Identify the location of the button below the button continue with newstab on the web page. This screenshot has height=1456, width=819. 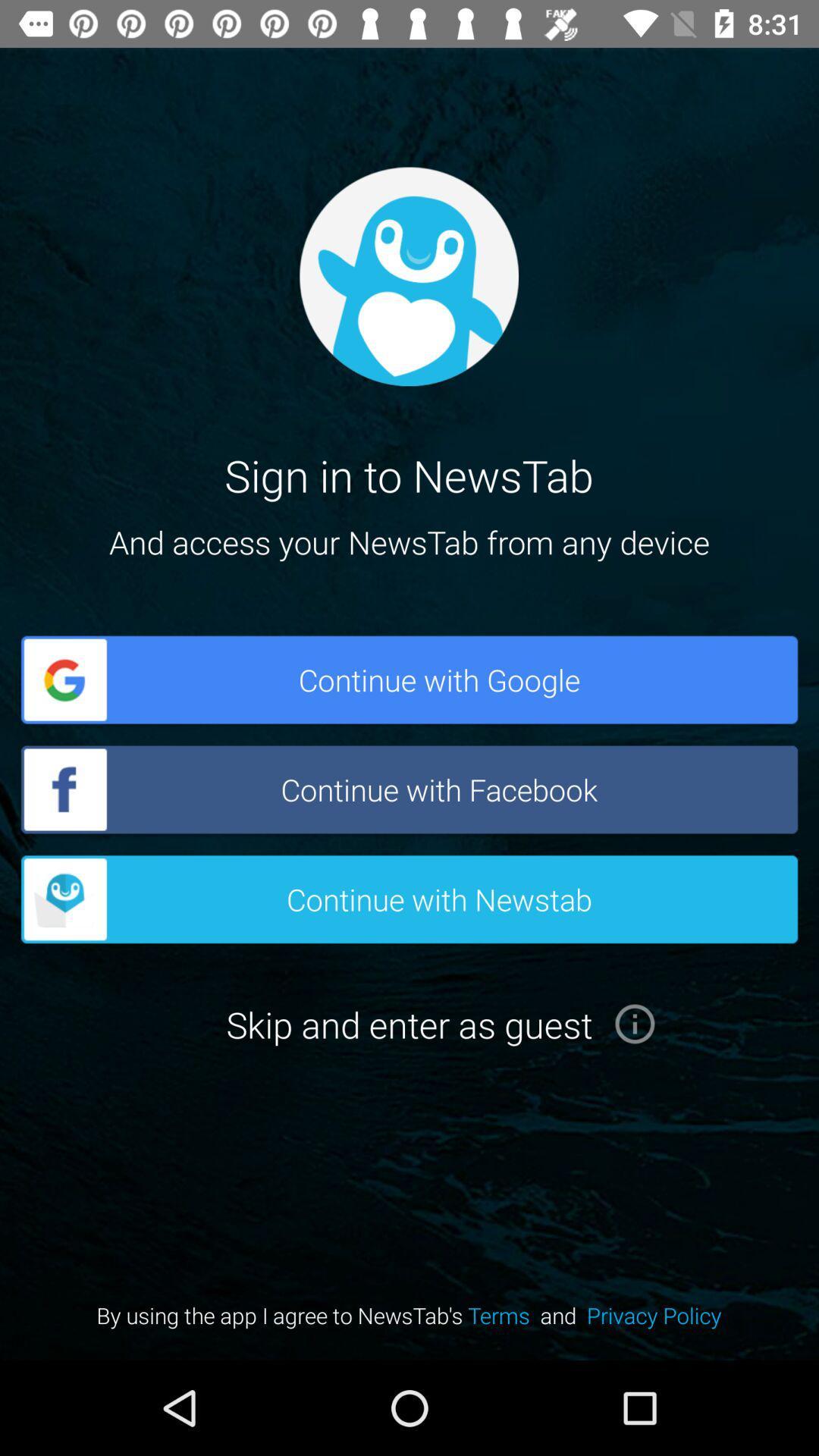
(409, 1024).